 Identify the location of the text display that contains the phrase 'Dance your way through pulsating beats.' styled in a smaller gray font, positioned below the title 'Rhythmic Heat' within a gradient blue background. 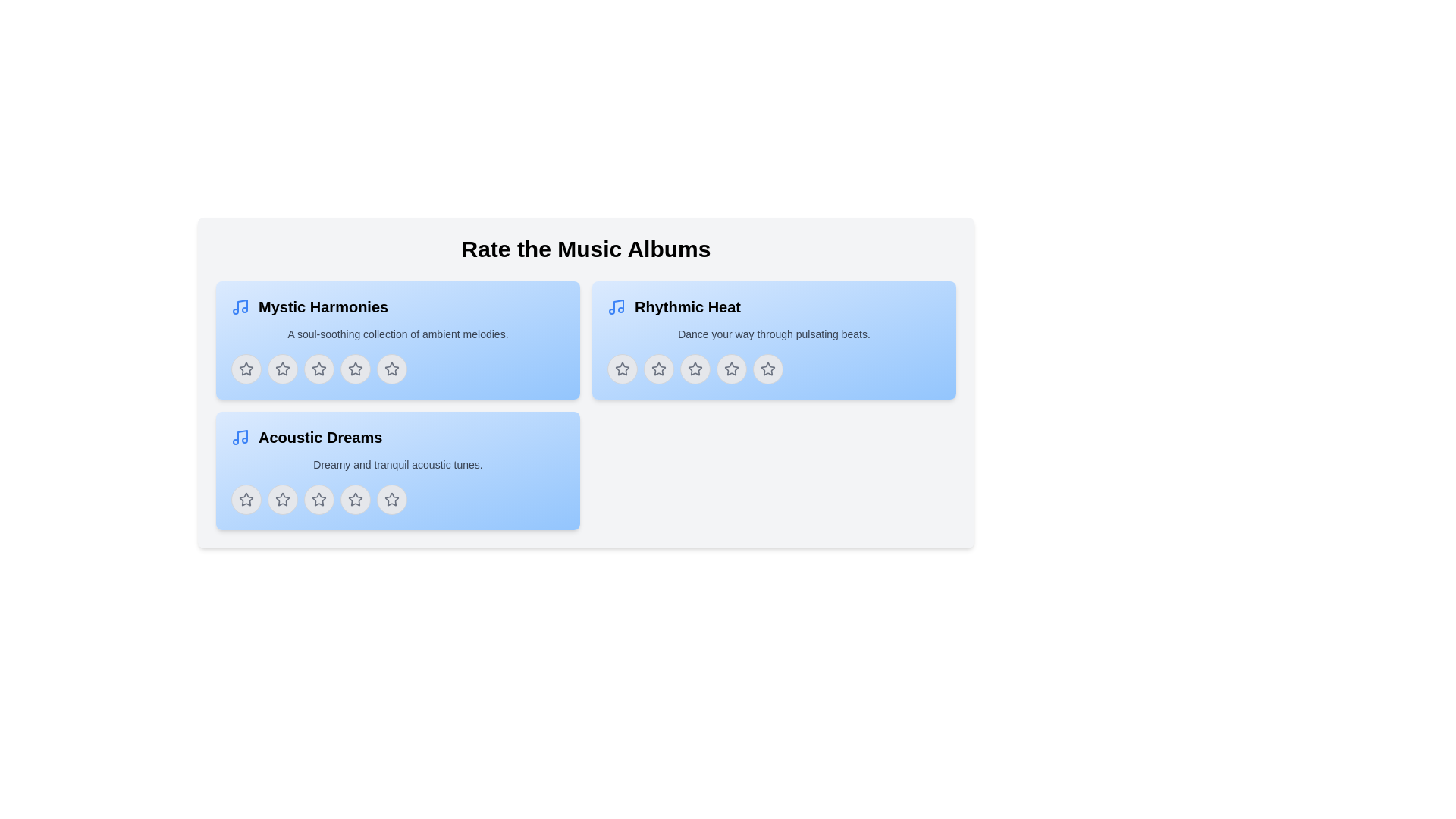
(774, 333).